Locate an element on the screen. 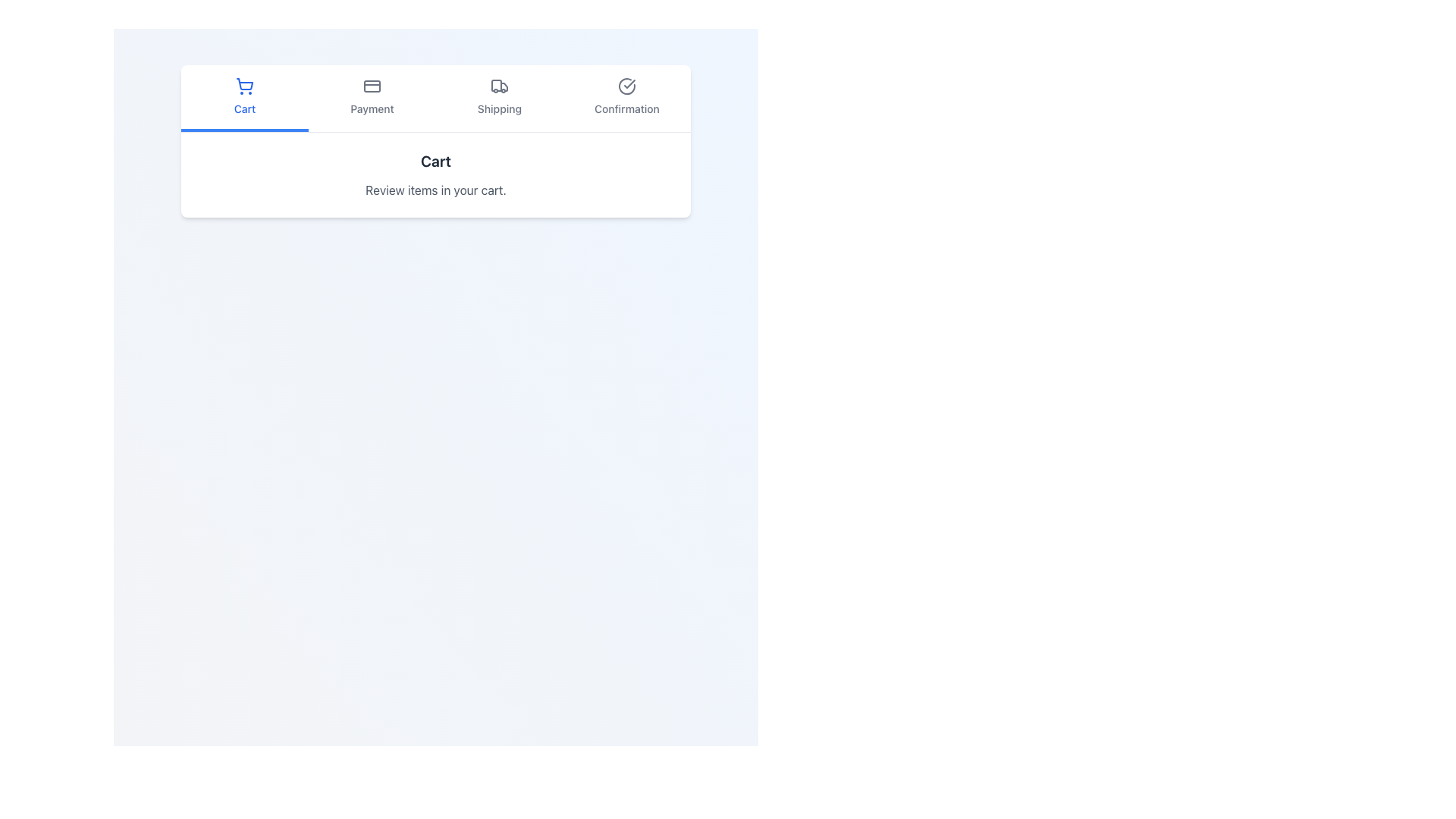  the 'Confirmation' text label located below the checkmark icon, which is part of the navigation steps group, positioned to the far right is located at coordinates (626, 108).